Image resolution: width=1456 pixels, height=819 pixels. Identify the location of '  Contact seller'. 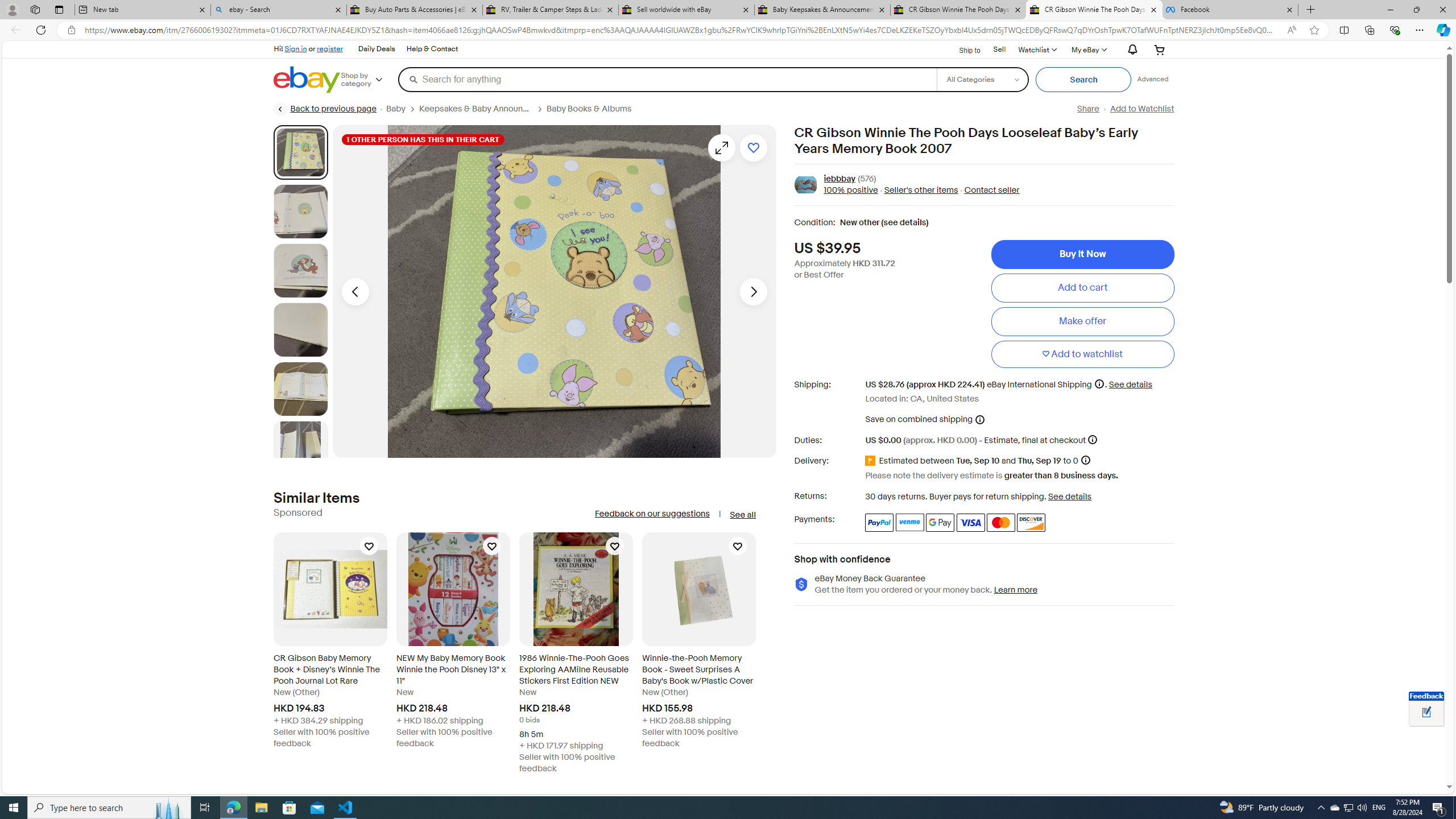
(988, 190).